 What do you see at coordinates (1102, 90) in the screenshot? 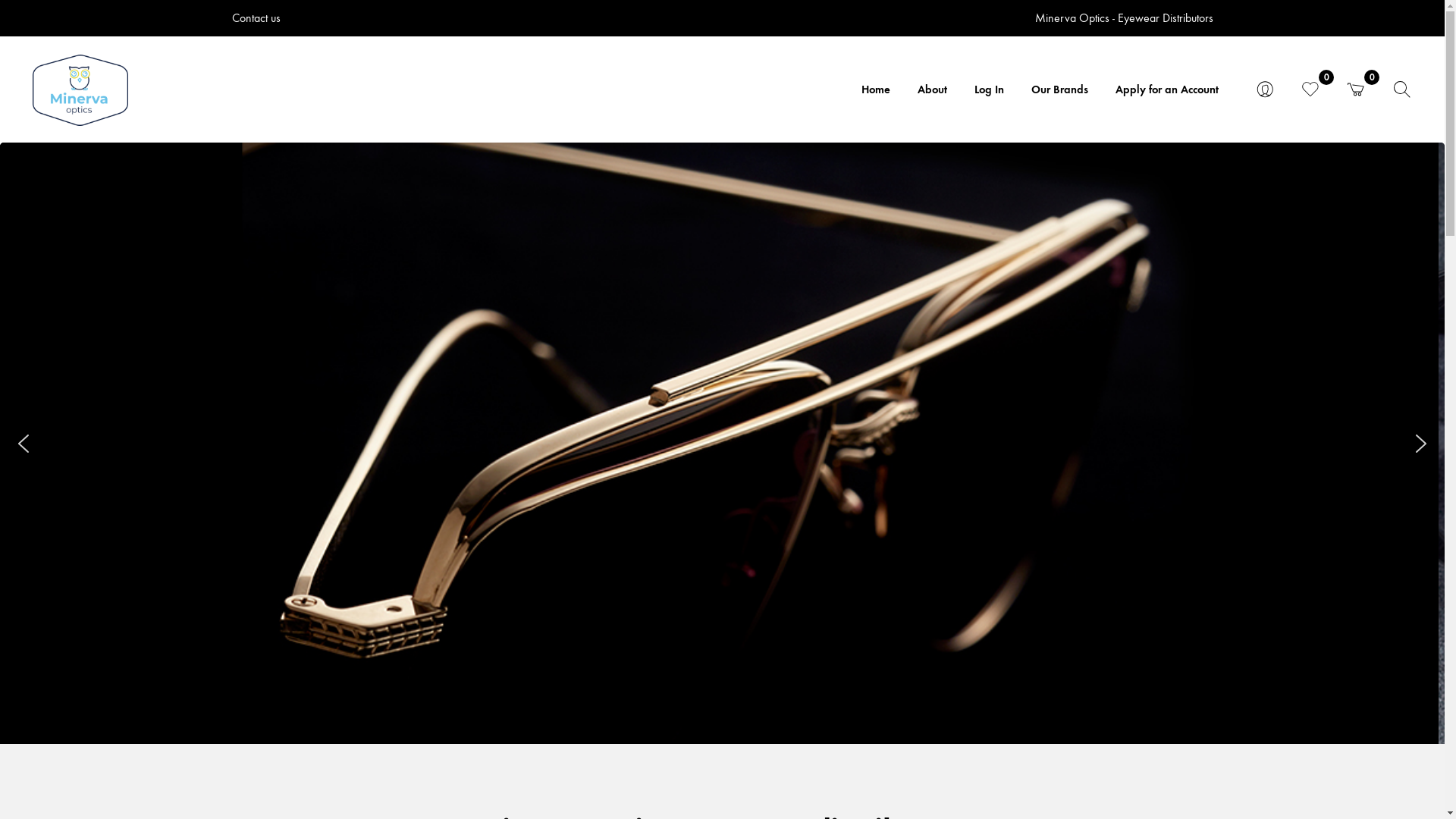
I see `'Apply for an Account'` at bounding box center [1102, 90].